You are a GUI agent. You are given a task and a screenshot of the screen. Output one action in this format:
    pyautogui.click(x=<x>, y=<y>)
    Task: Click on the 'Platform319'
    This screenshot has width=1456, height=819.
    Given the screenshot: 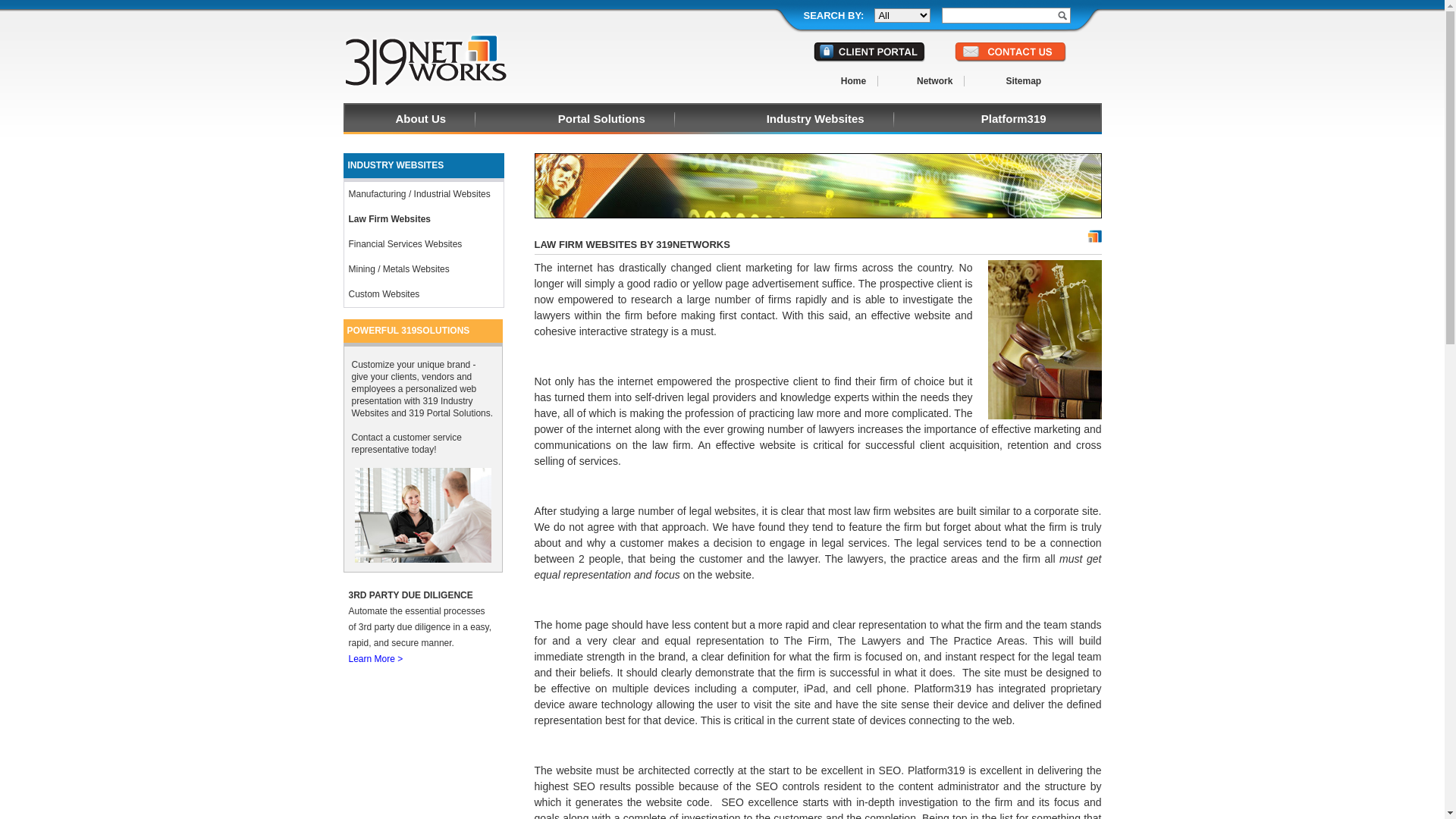 What is the action you would take?
    pyautogui.click(x=1014, y=121)
    